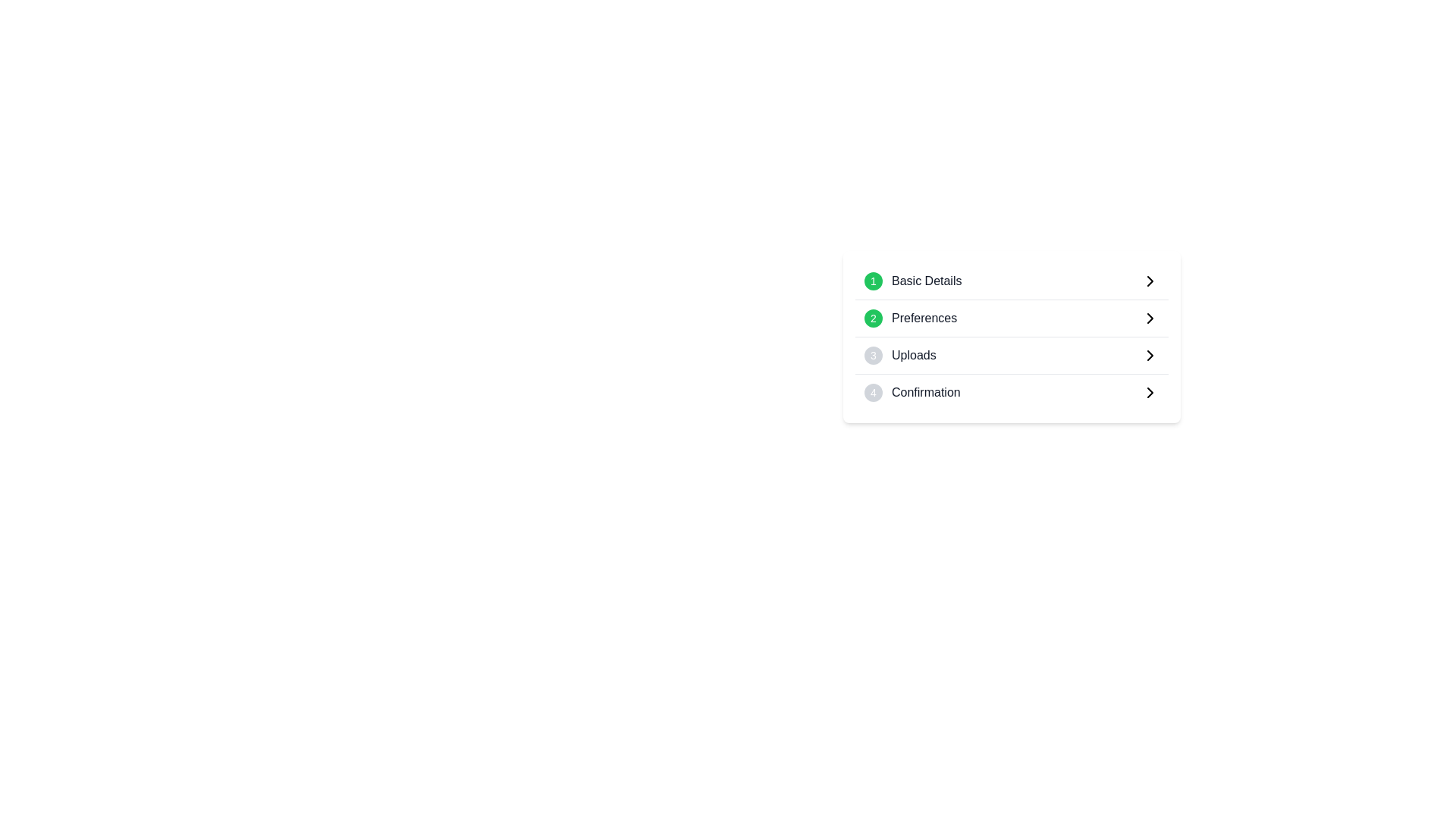 Image resolution: width=1456 pixels, height=819 pixels. What do you see at coordinates (924, 318) in the screenshot?
I see `the navigational text label located in the second item of the vertically aligned menu list, which follows 'Basic Details' and precedes 'Uploads'` at bounding box center [924, 318].